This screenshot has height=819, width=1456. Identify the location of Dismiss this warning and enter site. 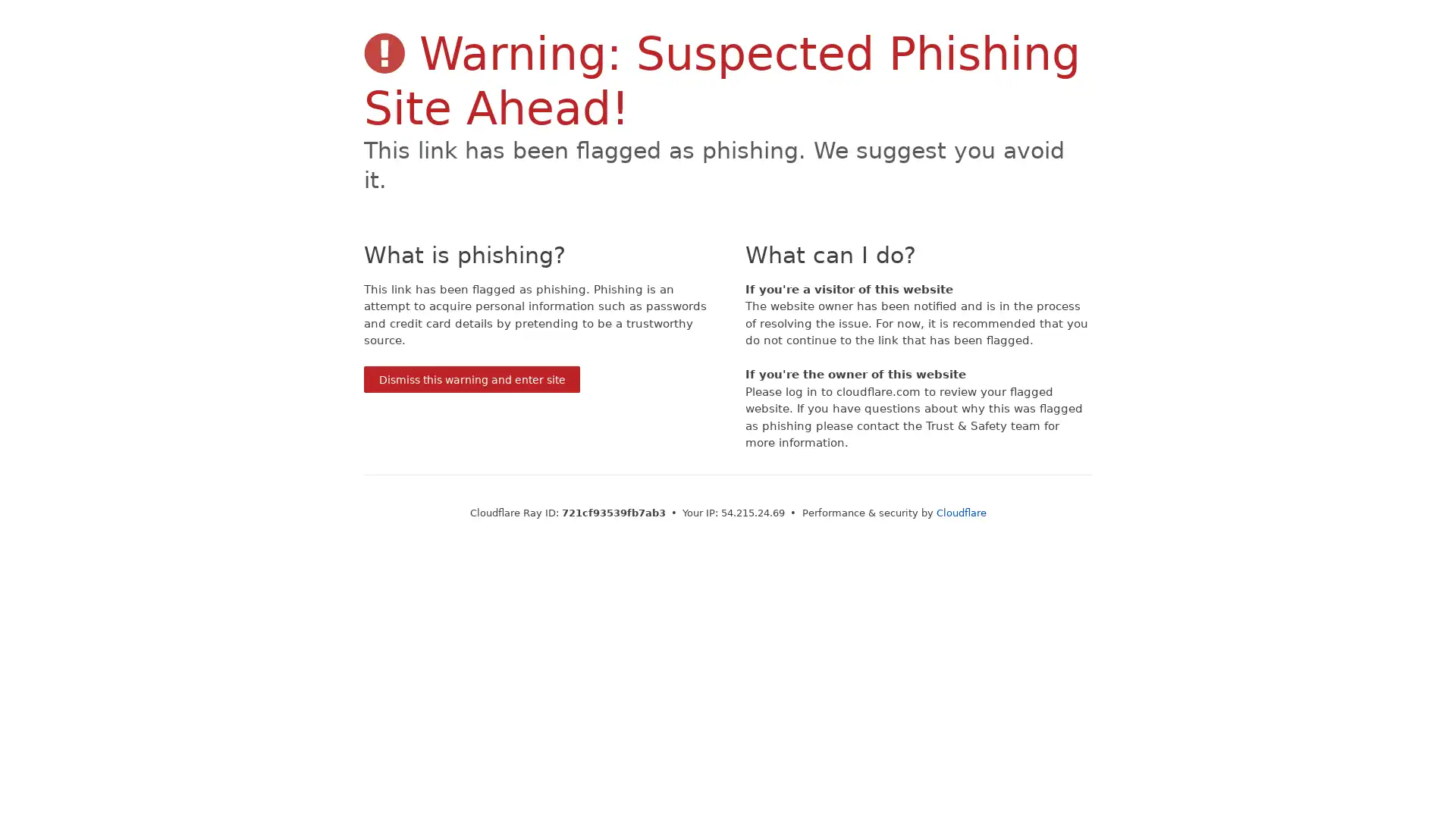
(471, 378).